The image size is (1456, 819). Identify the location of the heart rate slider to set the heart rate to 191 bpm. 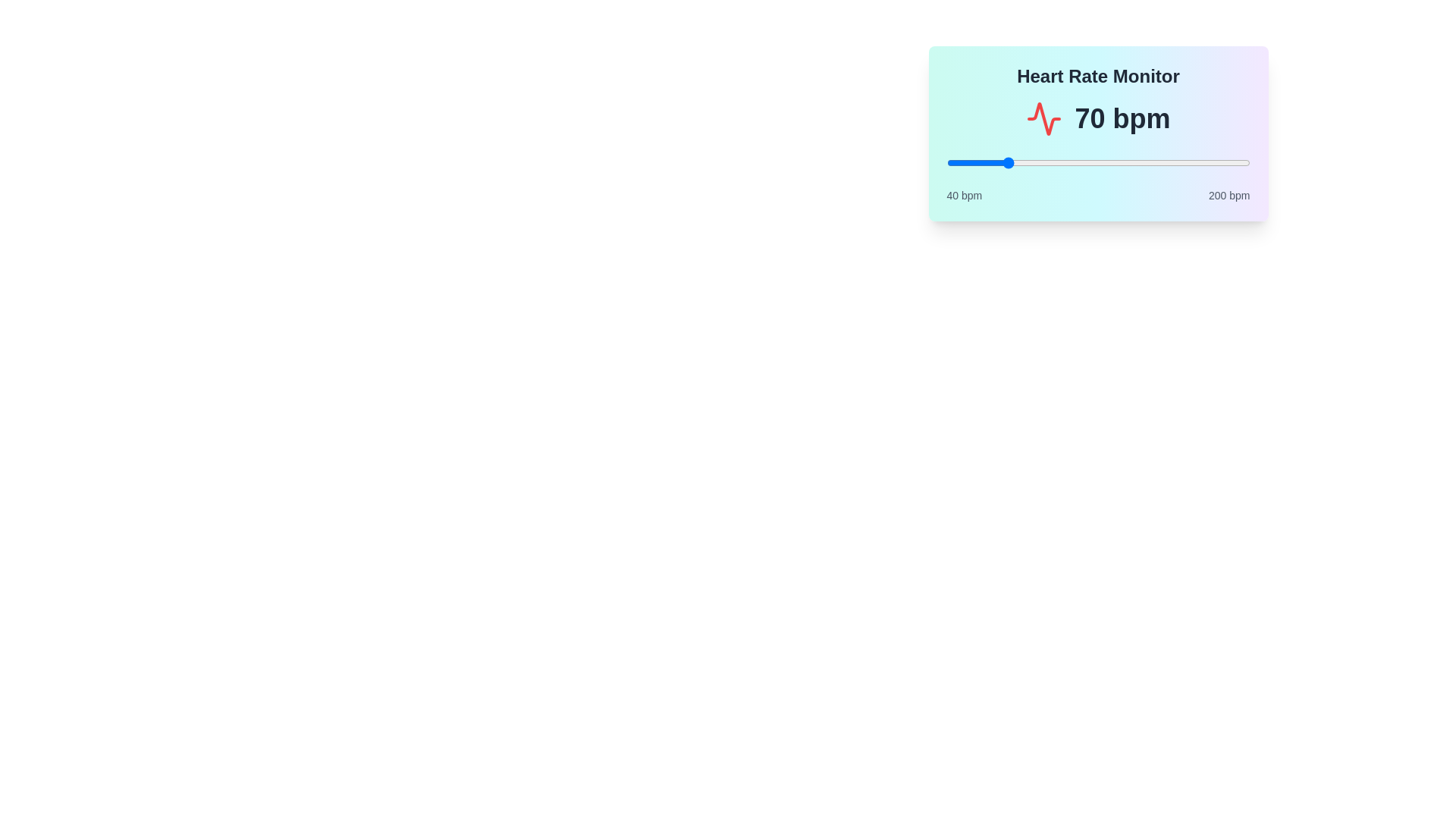
(1233, 163).